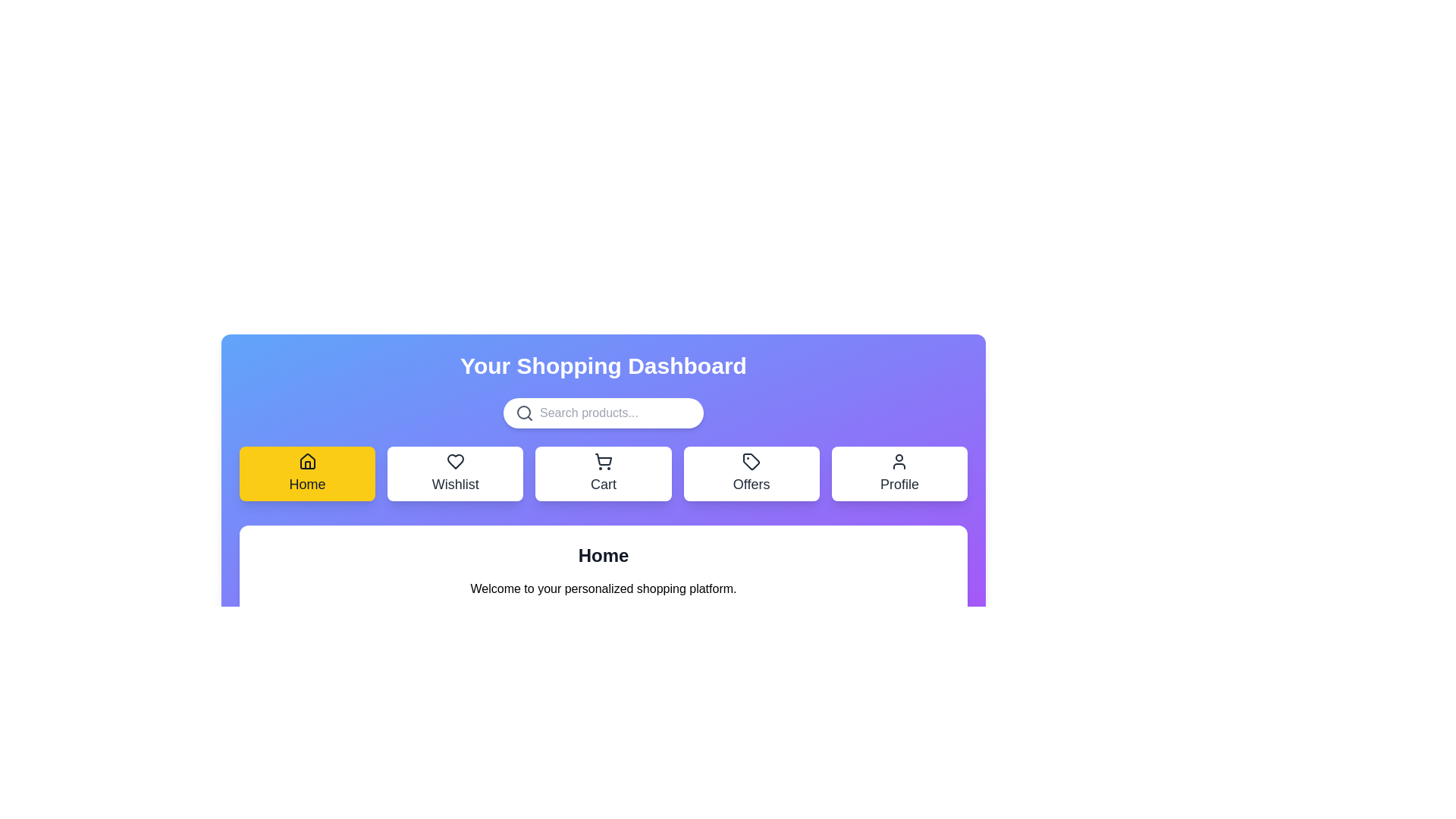 The image size is (1456, 819). I want to click on the rectangular yellow button labeled 'Home' with a house icon, located at the top-left of the interface, so click(306, 472).